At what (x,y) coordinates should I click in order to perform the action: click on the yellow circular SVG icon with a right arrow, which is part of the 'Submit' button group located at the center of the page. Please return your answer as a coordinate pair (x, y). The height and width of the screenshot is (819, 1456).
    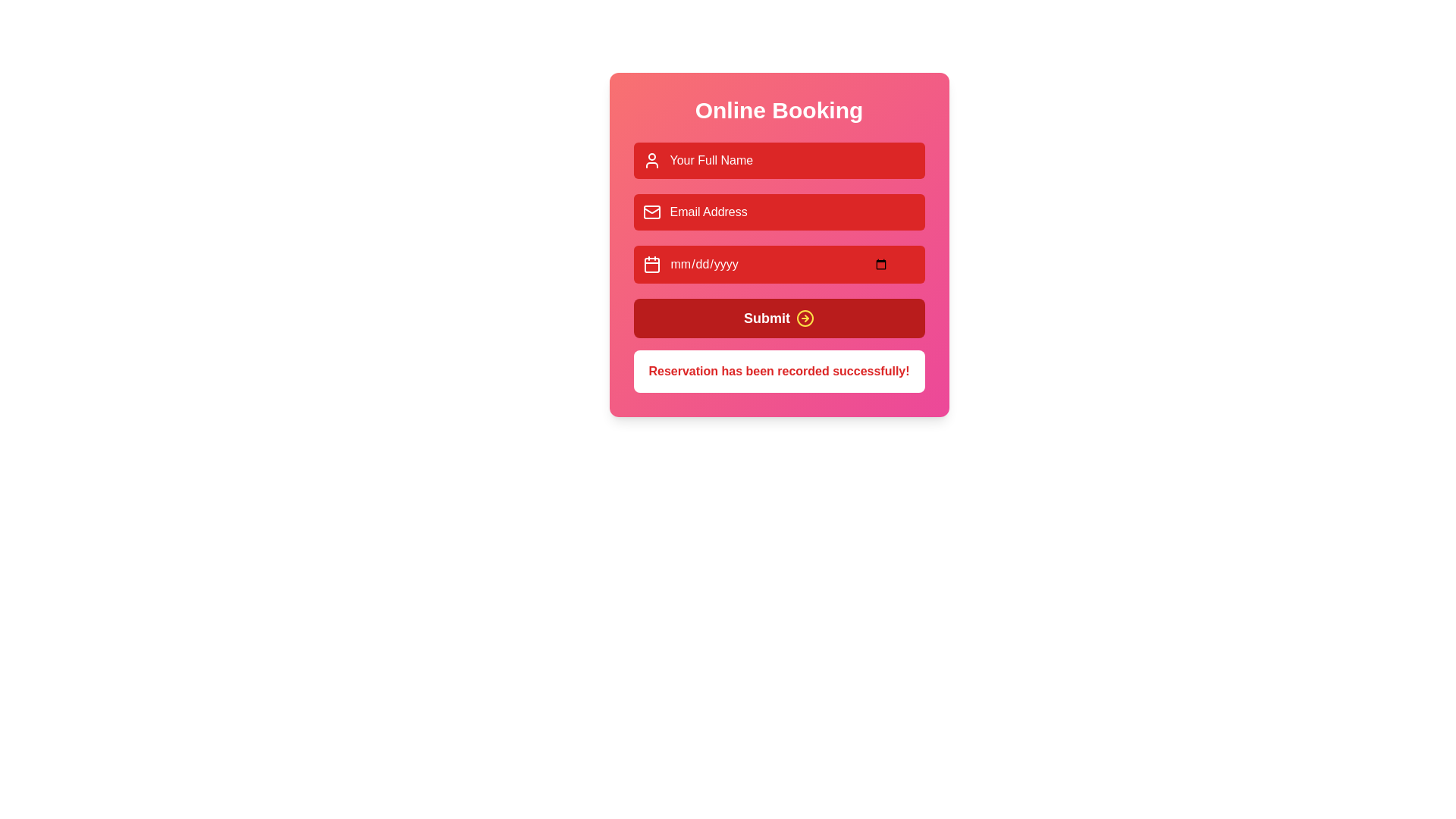
    Looking at the image, I should click on (804, 318).